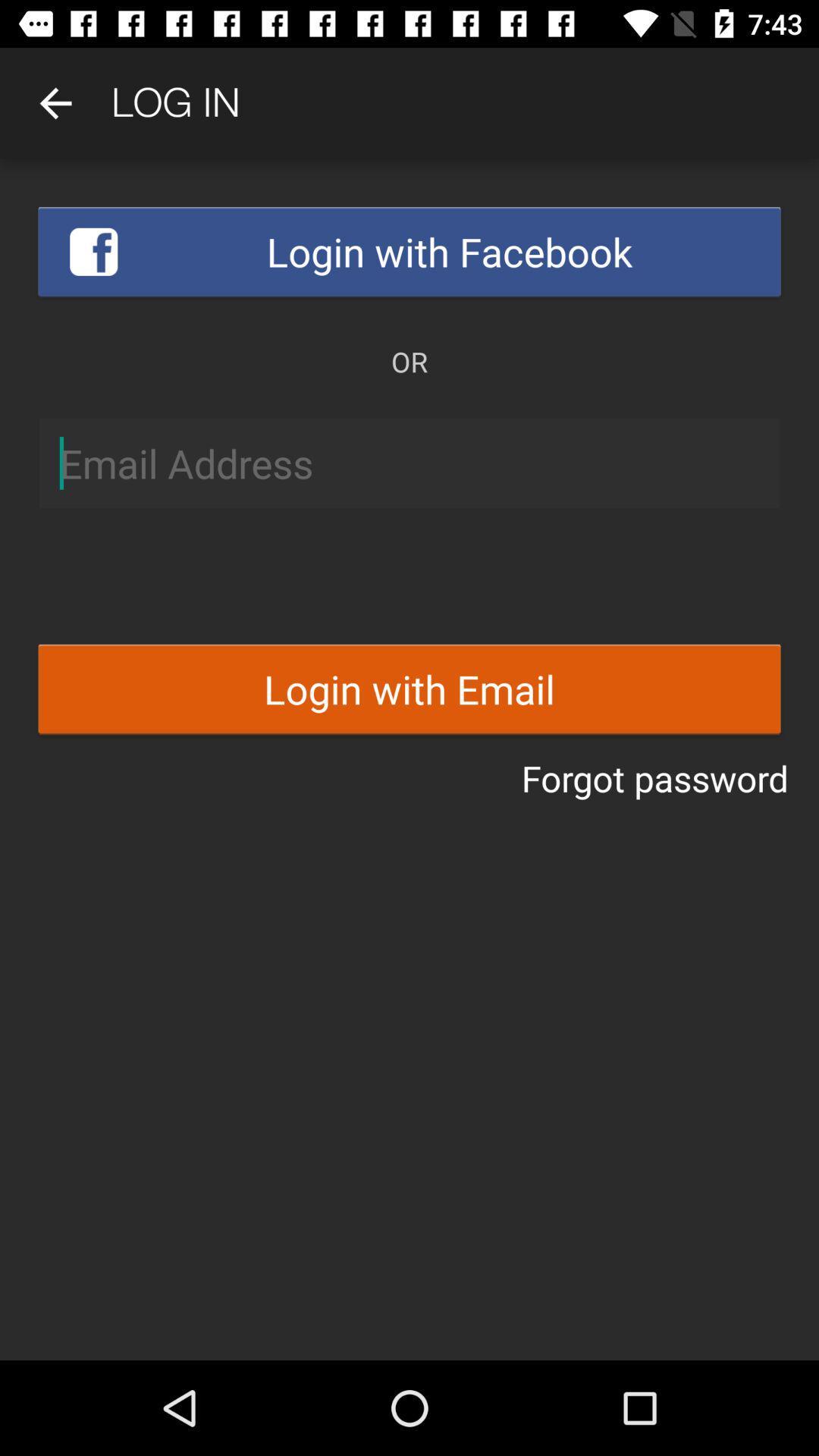  What do you see at coordinates (409, 463) in the screenshot?
I see `write email address` at bounding box center [409, 463].